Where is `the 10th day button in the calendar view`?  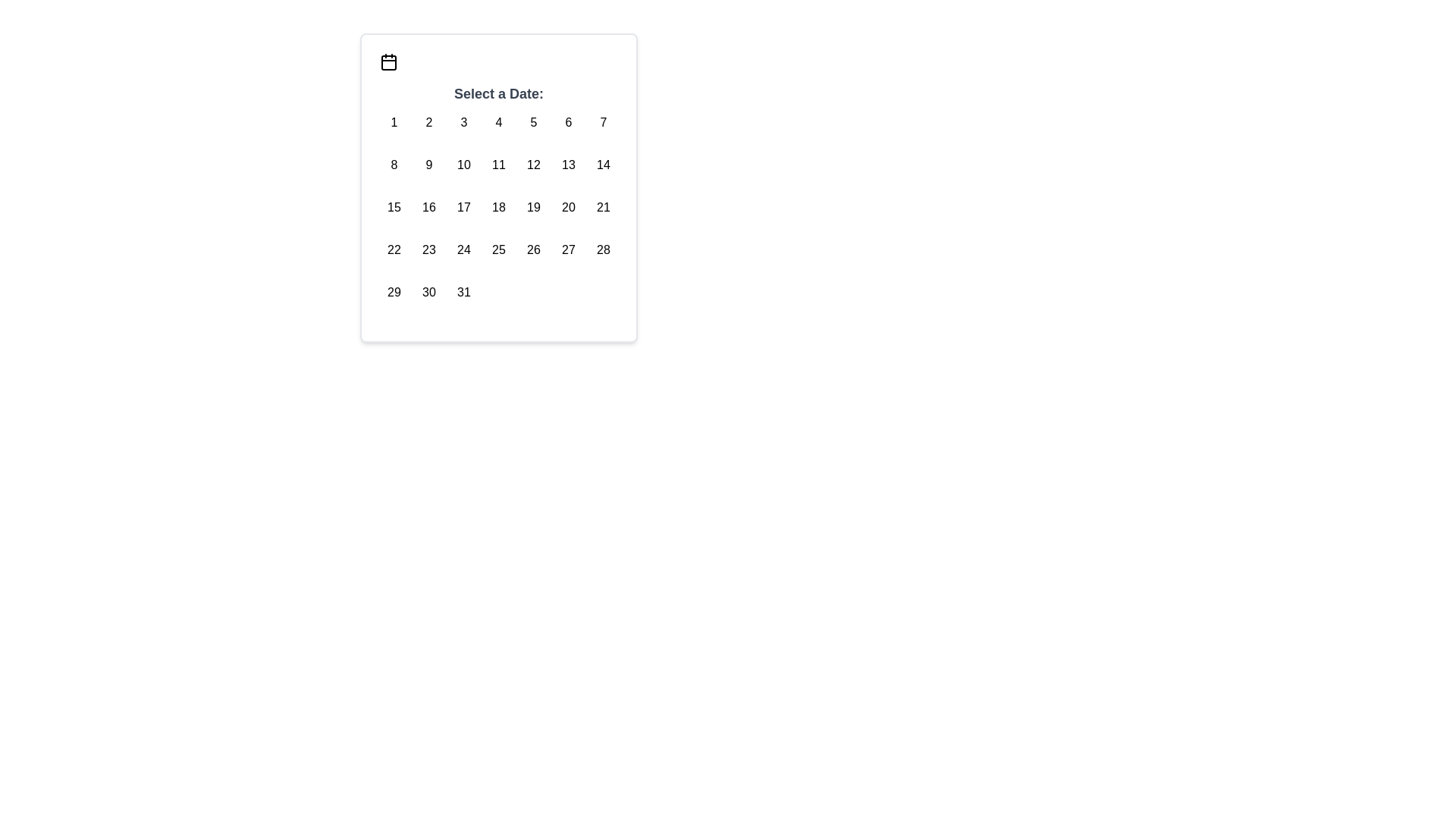
the 10th day button in the calendar view is located at coordinates (463, 165).